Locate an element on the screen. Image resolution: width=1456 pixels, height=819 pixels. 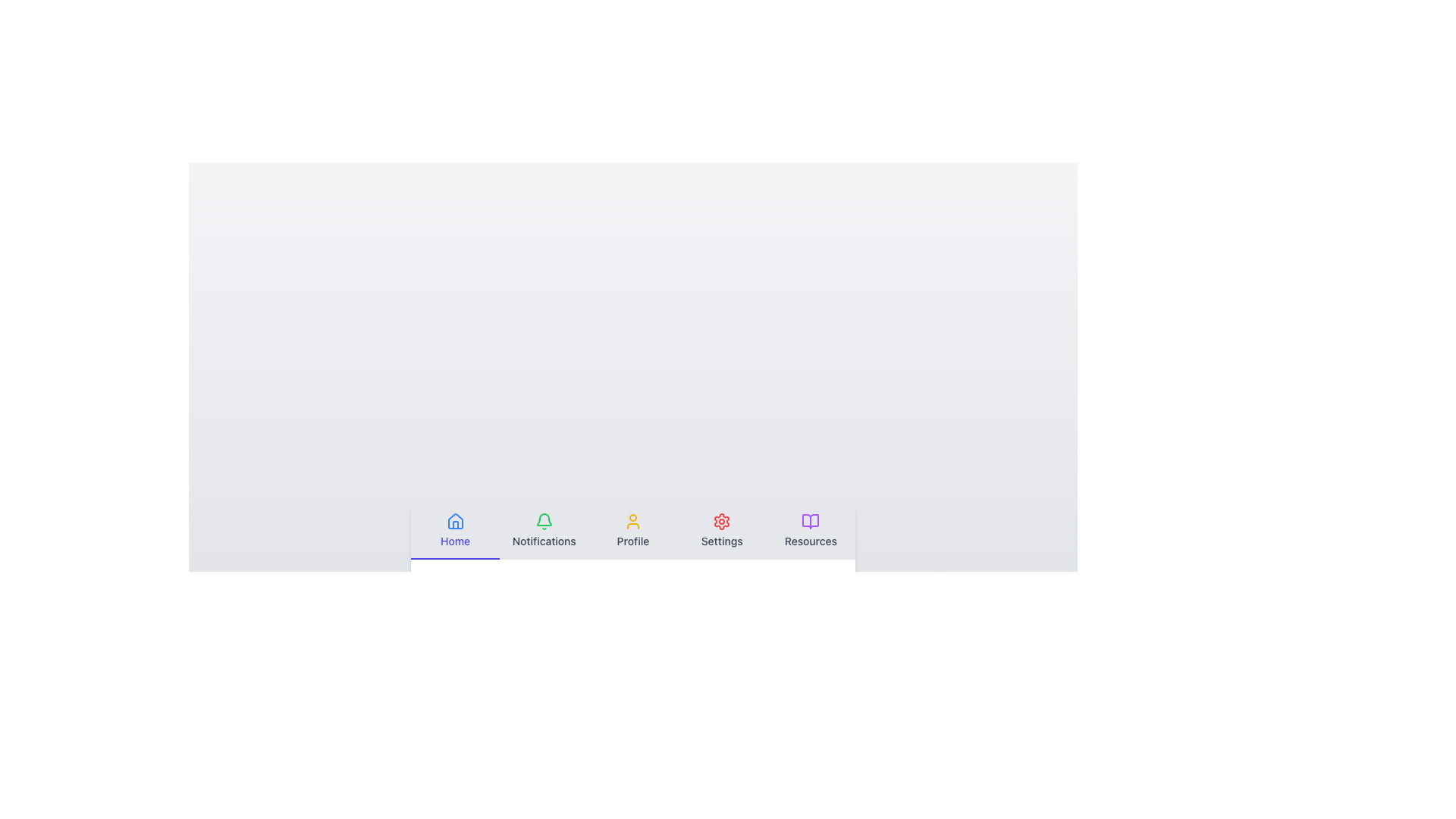
the 'Resources' menu item, which features a purple open book icon above the word 'Resources' in black text, located at the far-right end of the navigation bar is located at coordinates (810, 529).